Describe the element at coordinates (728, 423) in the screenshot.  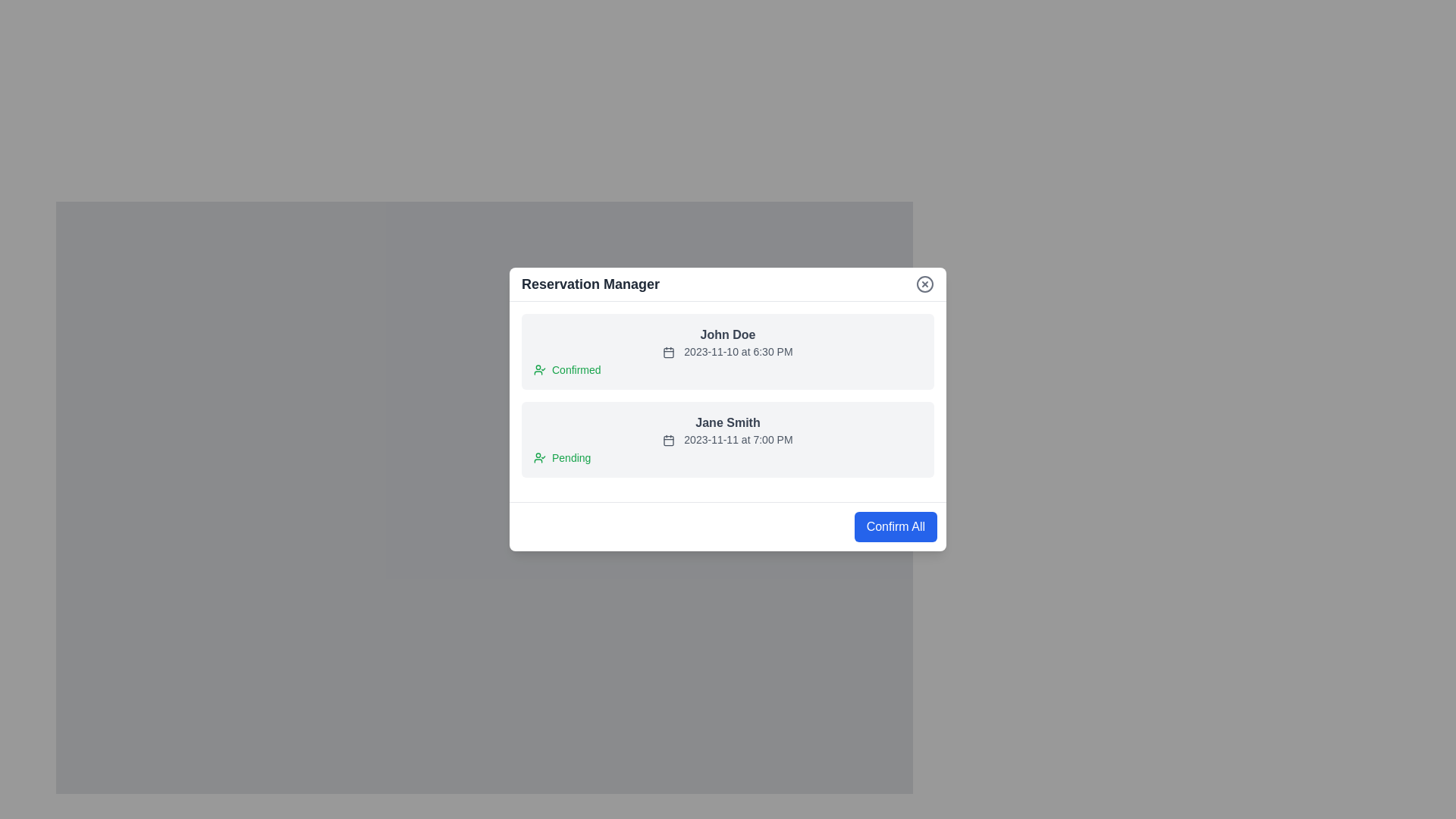
I see `text content of the Text label presenting the name of the reservation holder, located in the second entry of the reservation list` at that location.